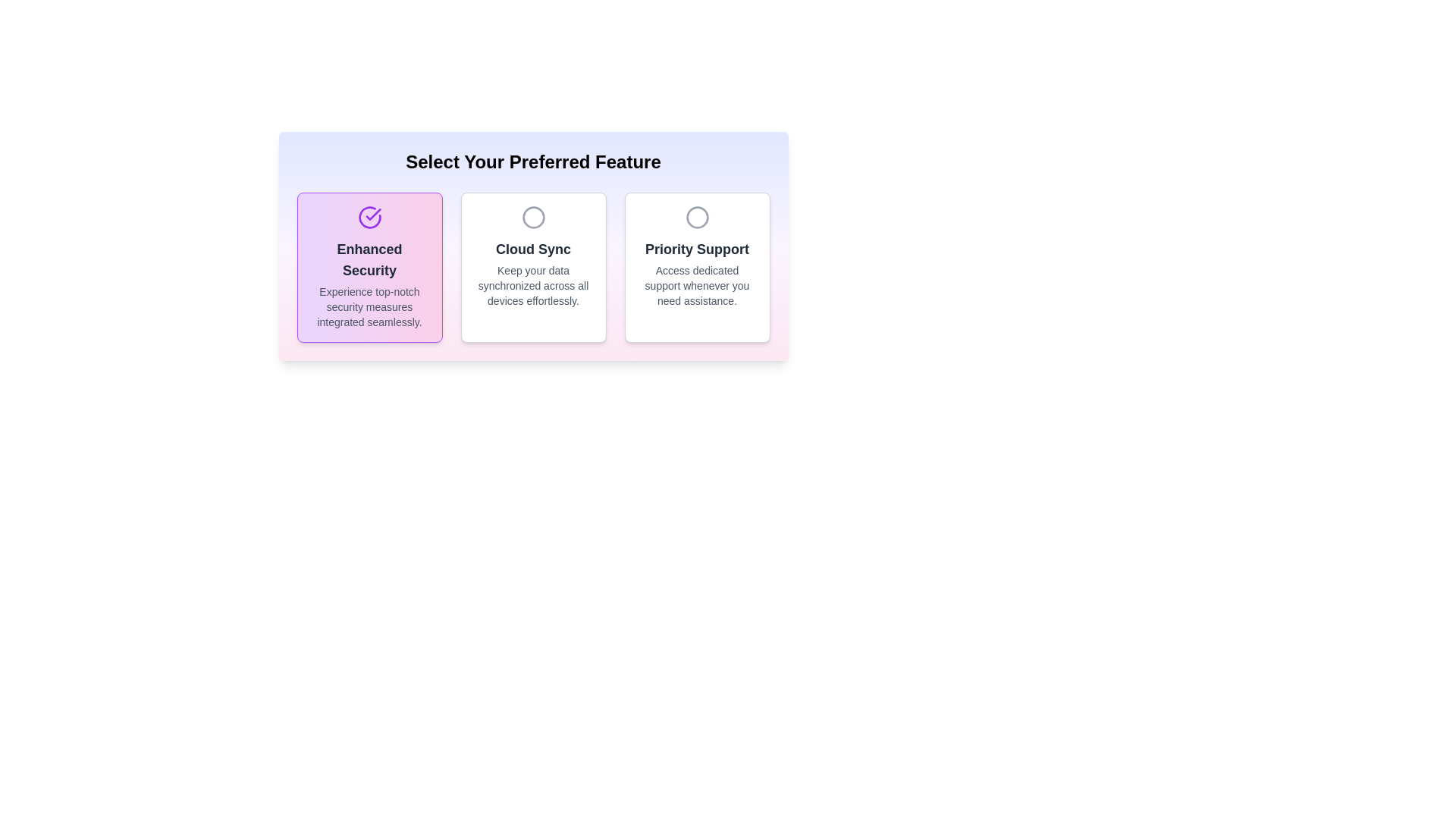  I want to click on the 'Enhanced Security' text label located in the first option card of the selection menu, which is positioned on the leftmost side and serves as the title for the card, so click(369, 259).